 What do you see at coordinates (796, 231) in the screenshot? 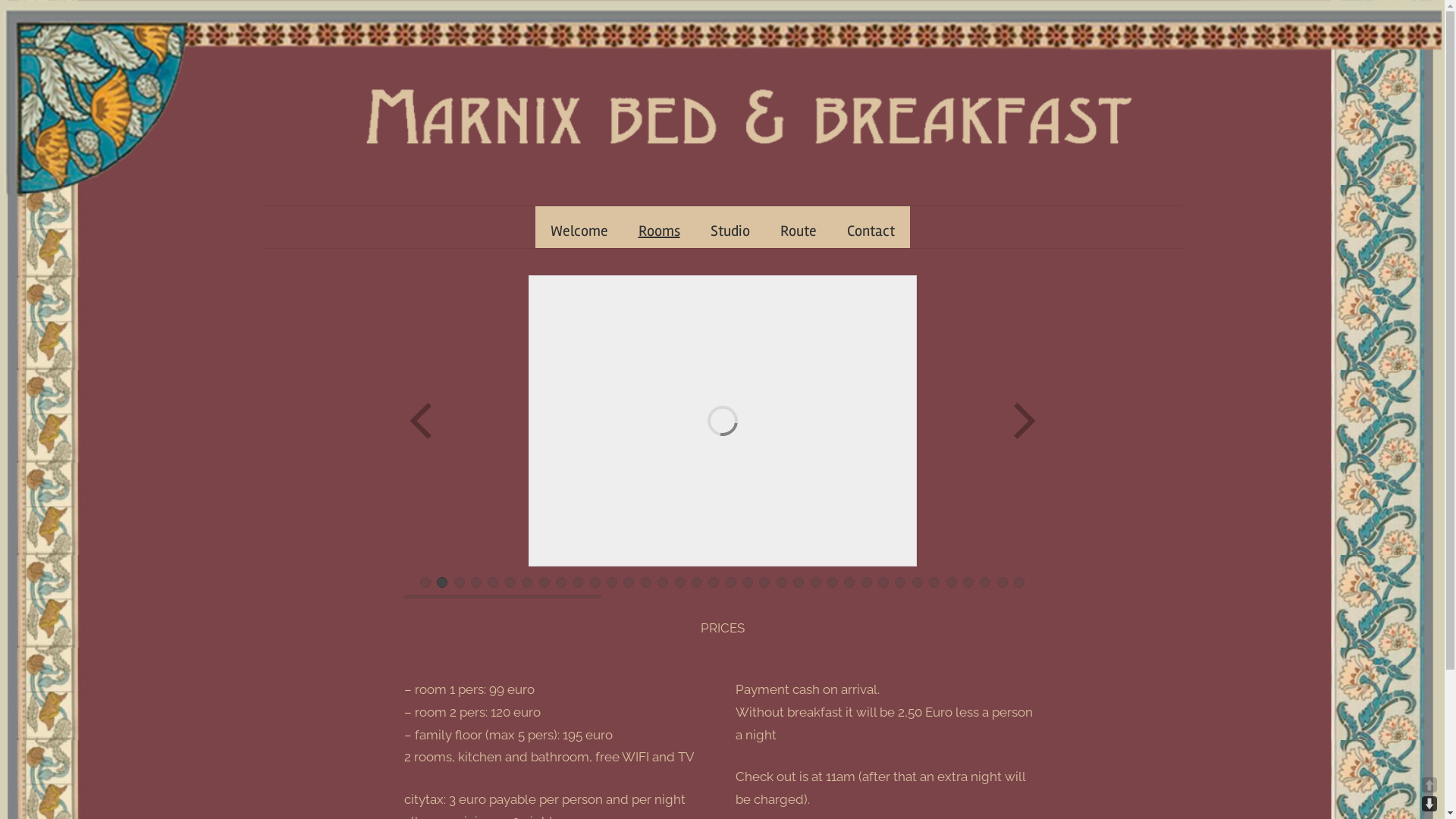
I see `'Route'` at bounding box center [796, 231].